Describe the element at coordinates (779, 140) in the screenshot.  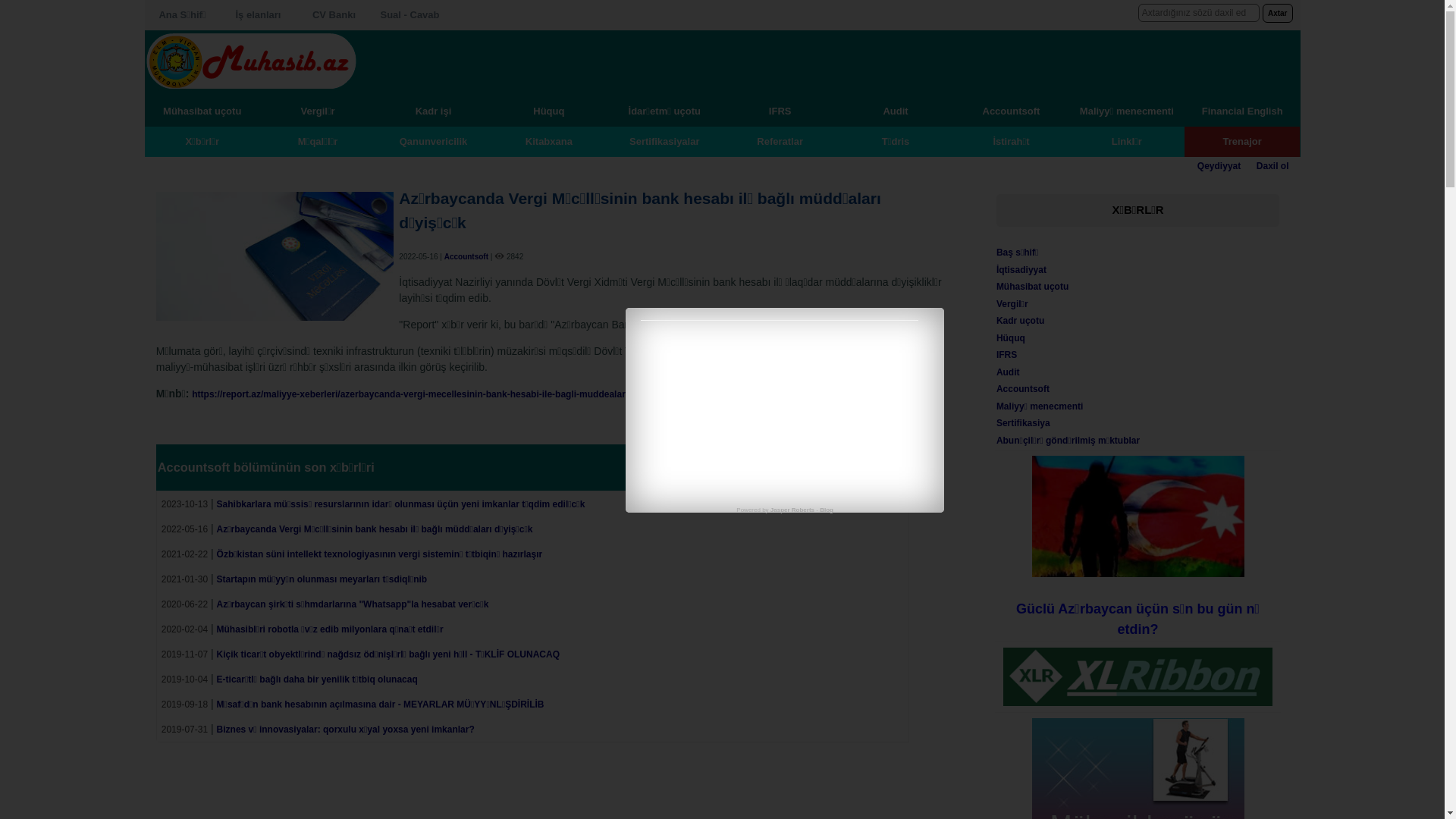
I see `'Referatlar'` at that location.